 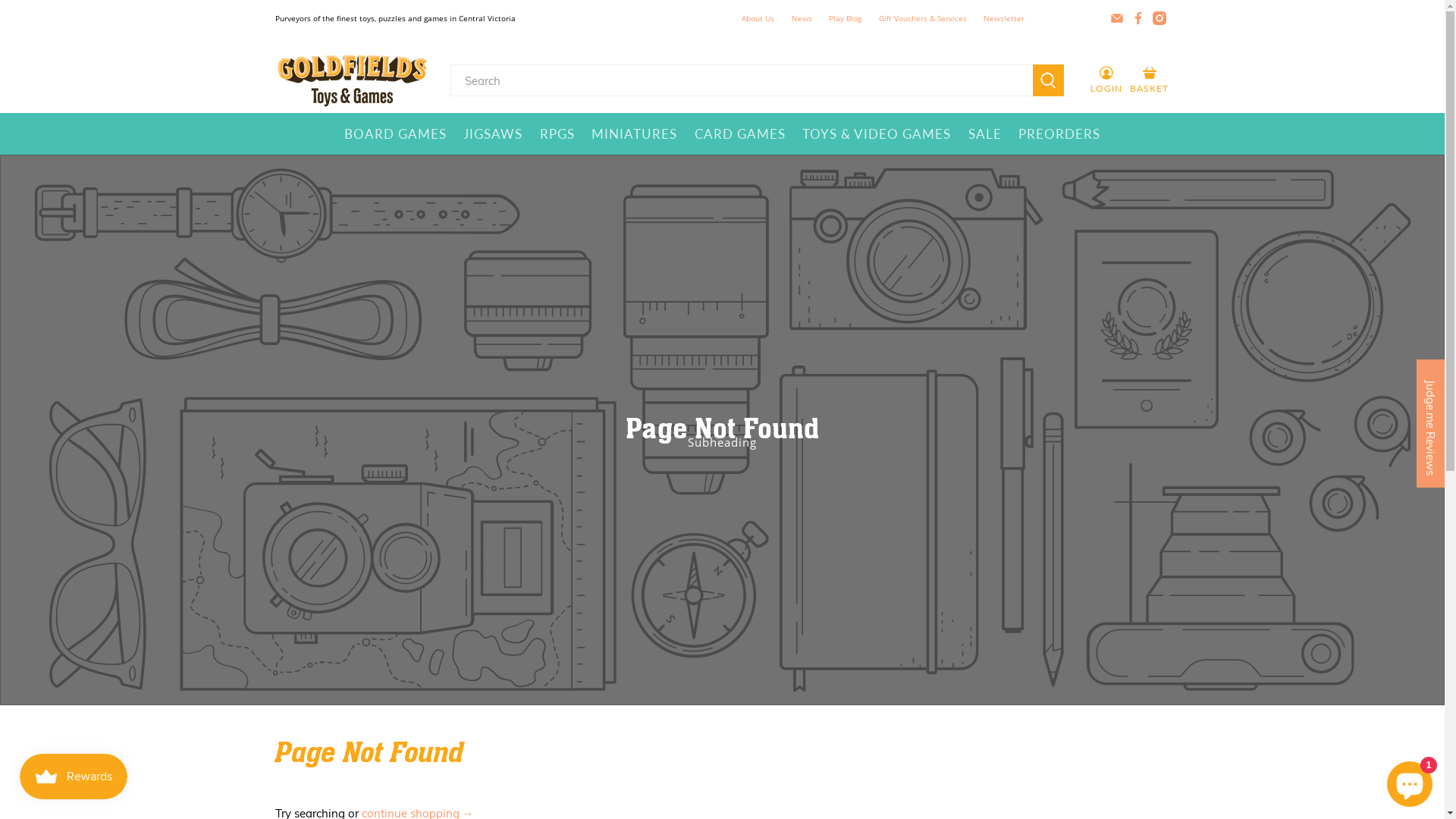 I want to click on 'Smile.io Rewards Program Launcher', so click(x=72, y=776).